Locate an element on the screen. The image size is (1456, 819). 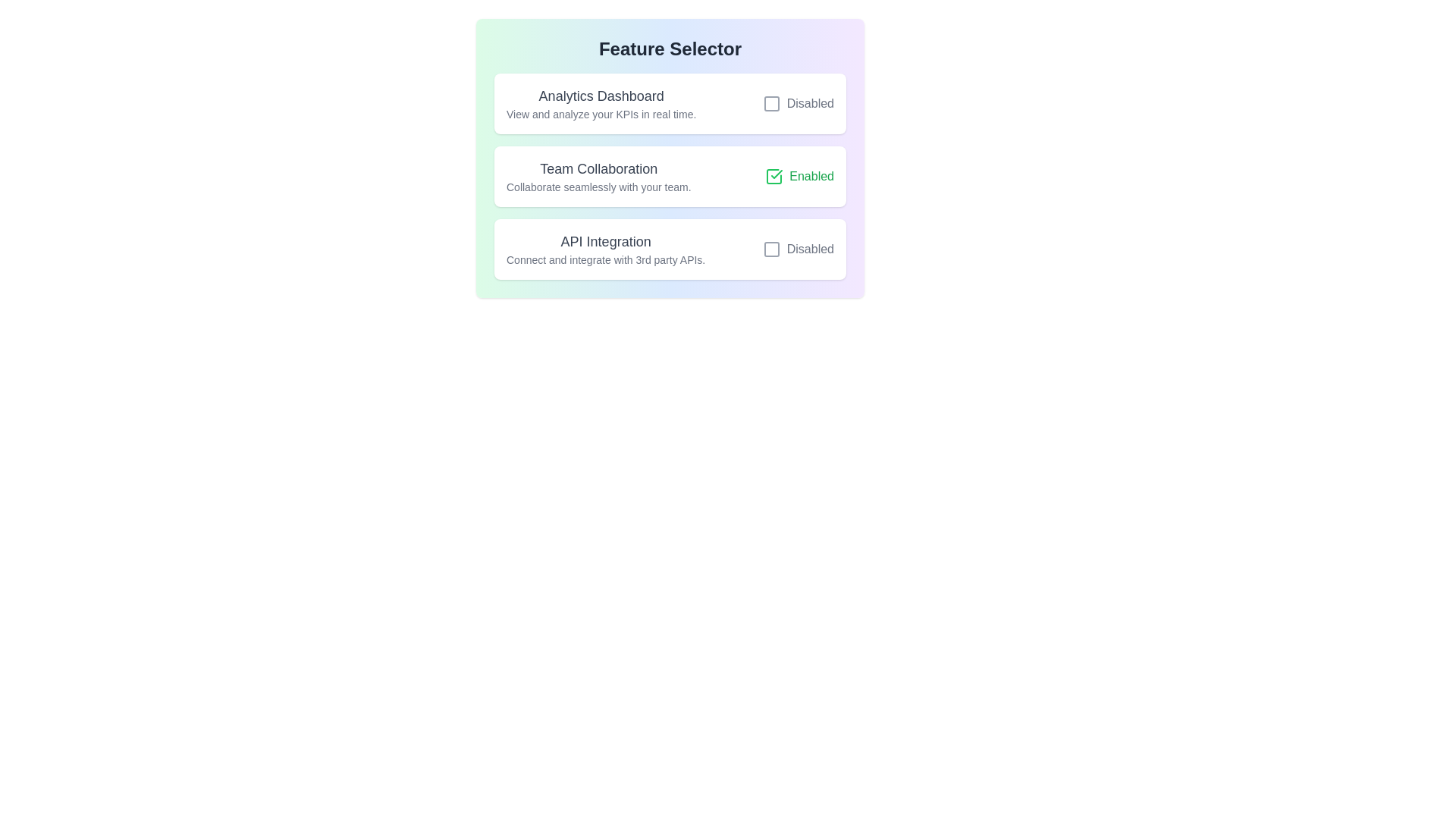
the feature API Integration by clicking its corresponding button is located at coordinates (797, 248).